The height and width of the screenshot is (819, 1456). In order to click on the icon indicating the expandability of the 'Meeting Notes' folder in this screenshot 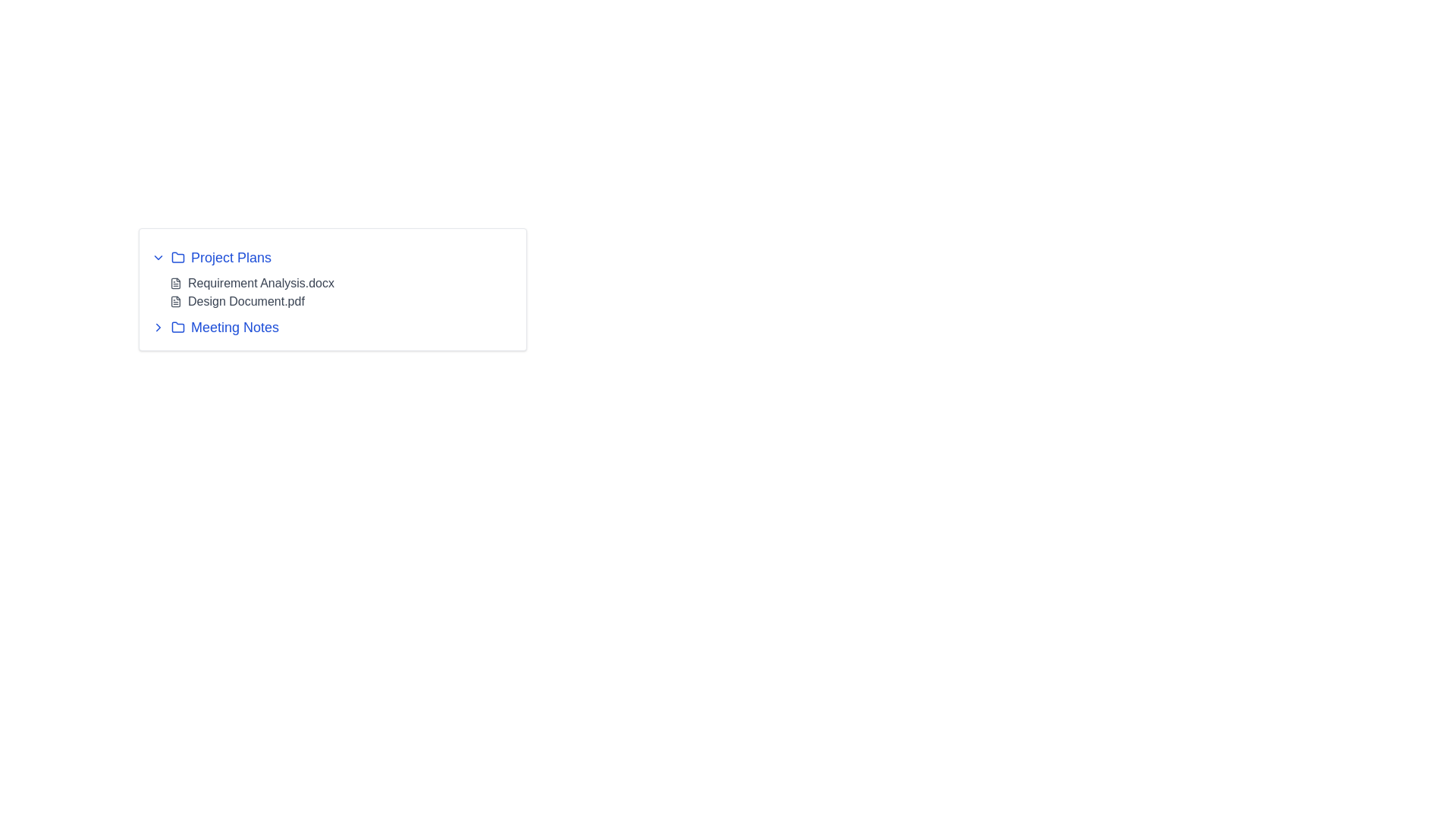, I will do `click(158, 327)`.